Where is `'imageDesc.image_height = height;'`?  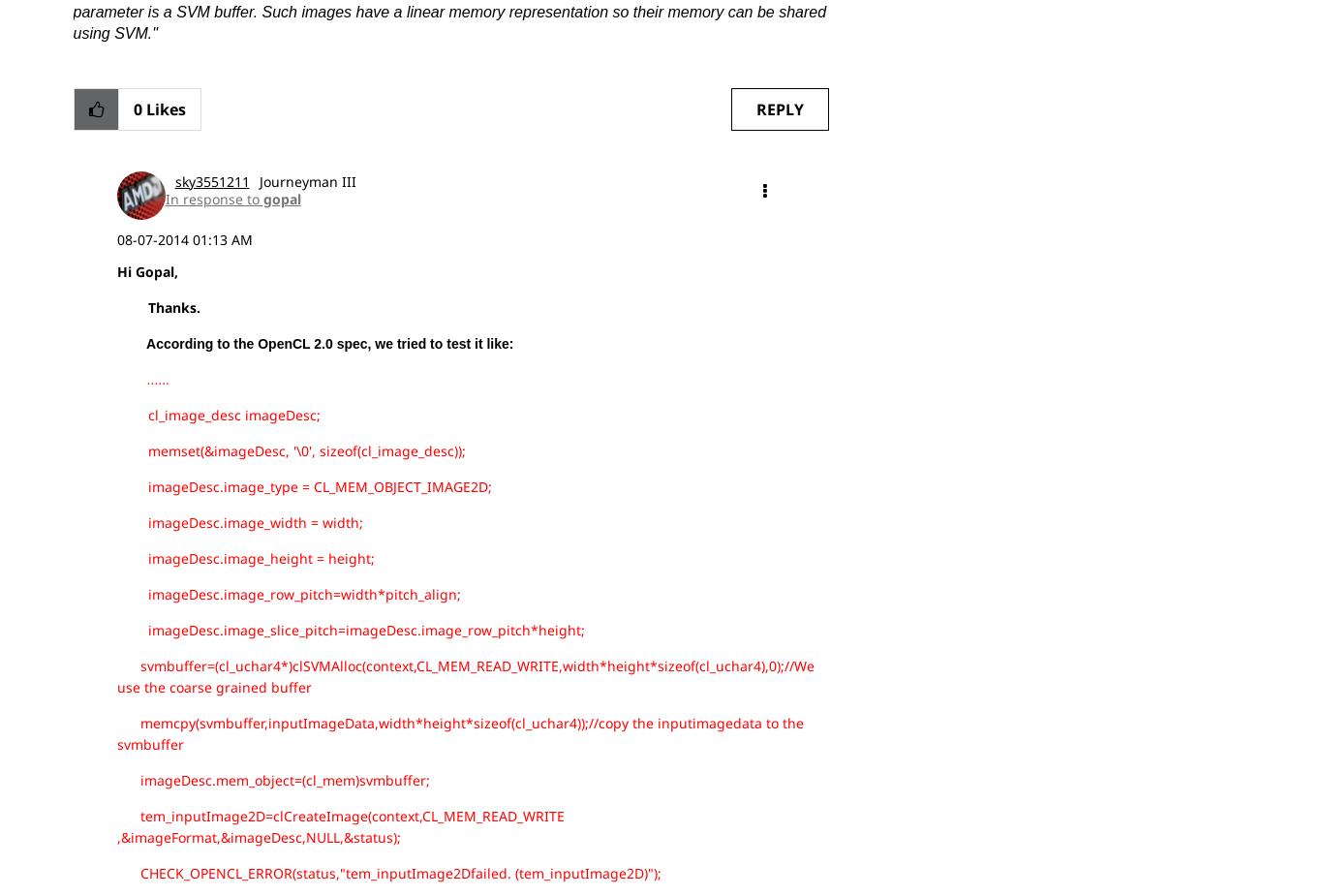 'imageDesc.image_height = height;' is located at coordinates (114, 557).